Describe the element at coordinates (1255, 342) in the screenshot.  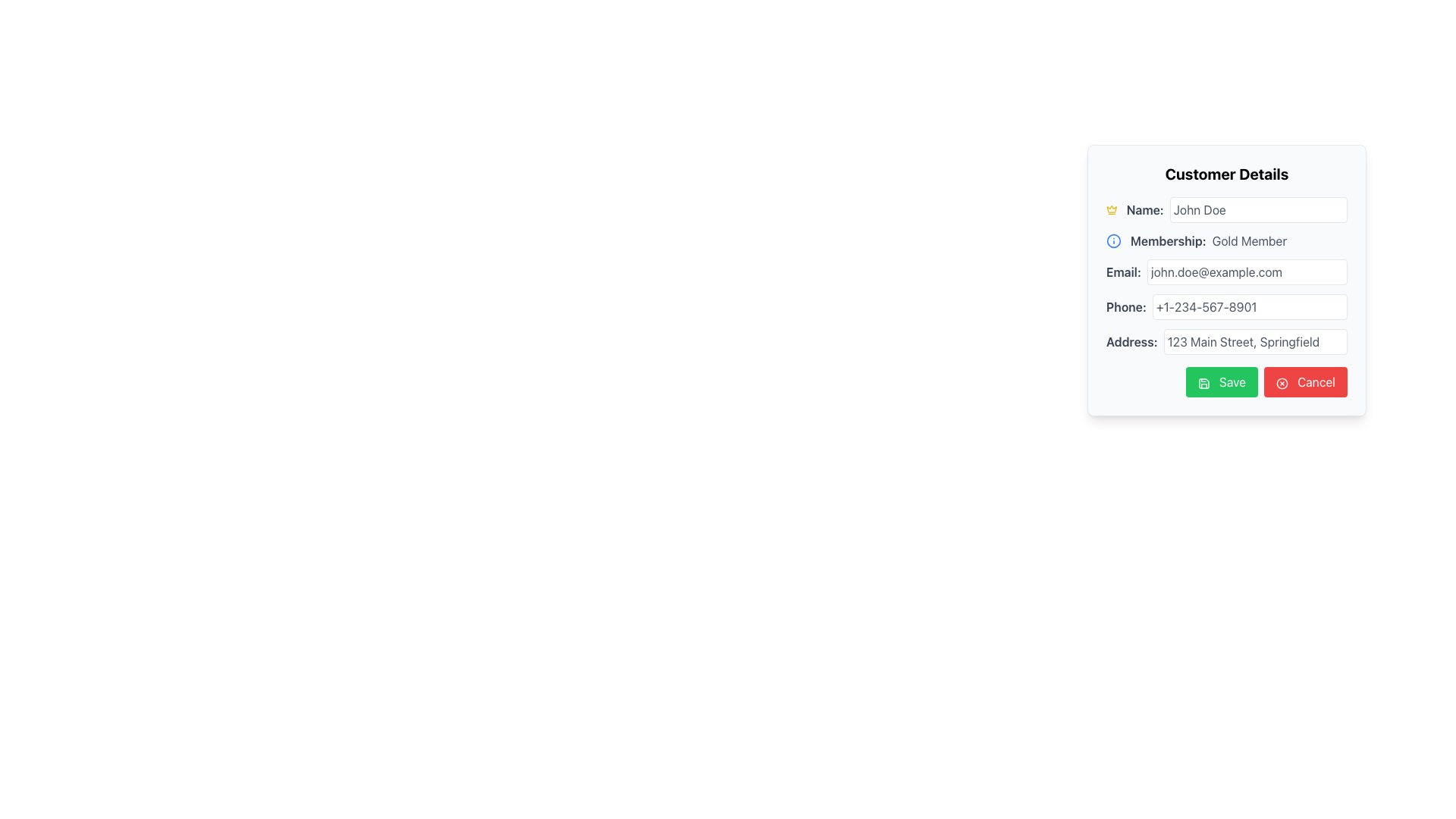
I see `the Text Input Field for the address information` at that location.